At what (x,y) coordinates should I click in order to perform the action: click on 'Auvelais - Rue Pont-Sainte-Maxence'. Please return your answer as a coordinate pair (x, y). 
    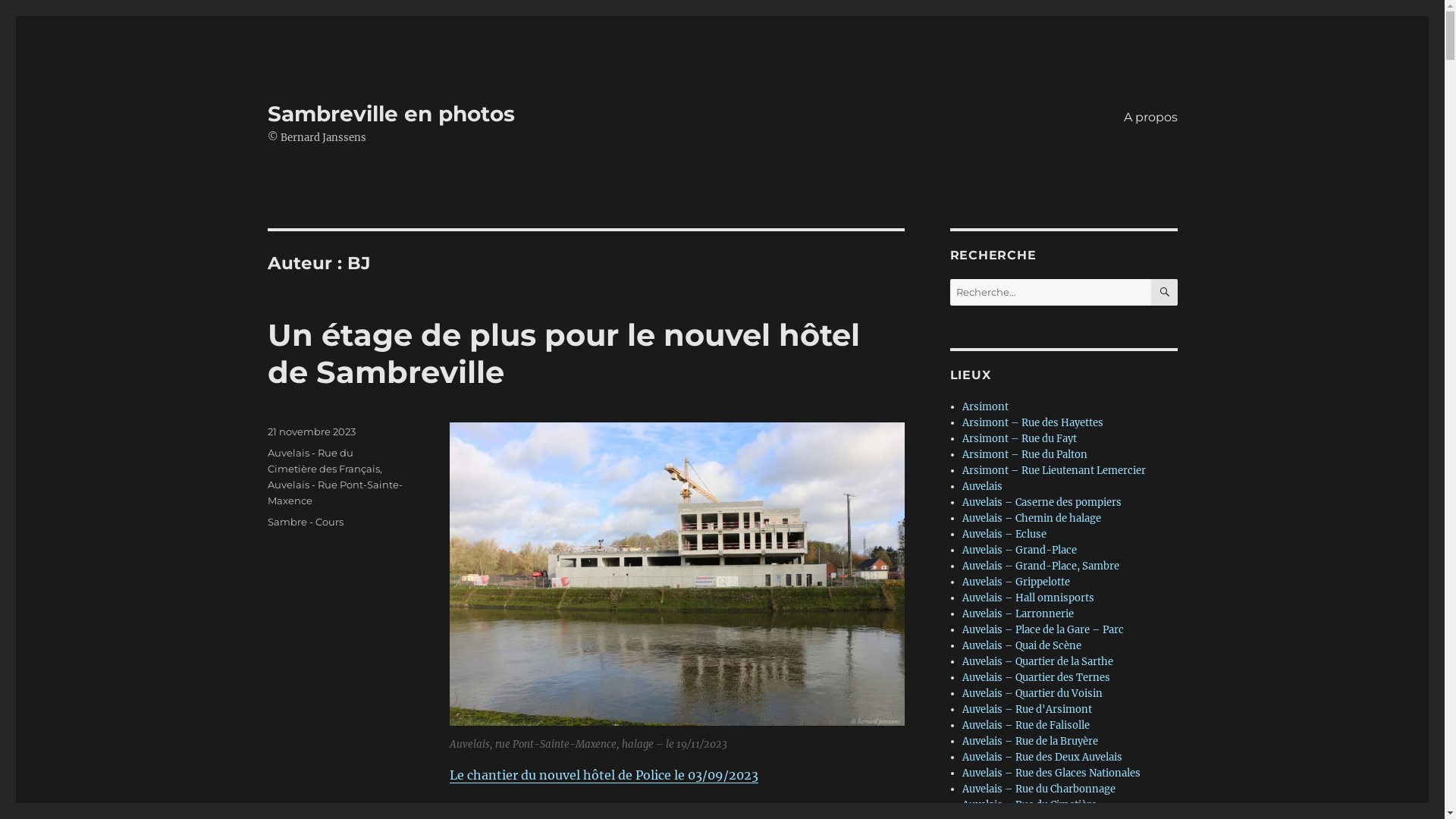
    Looking at the image, I should click on (334, 492).